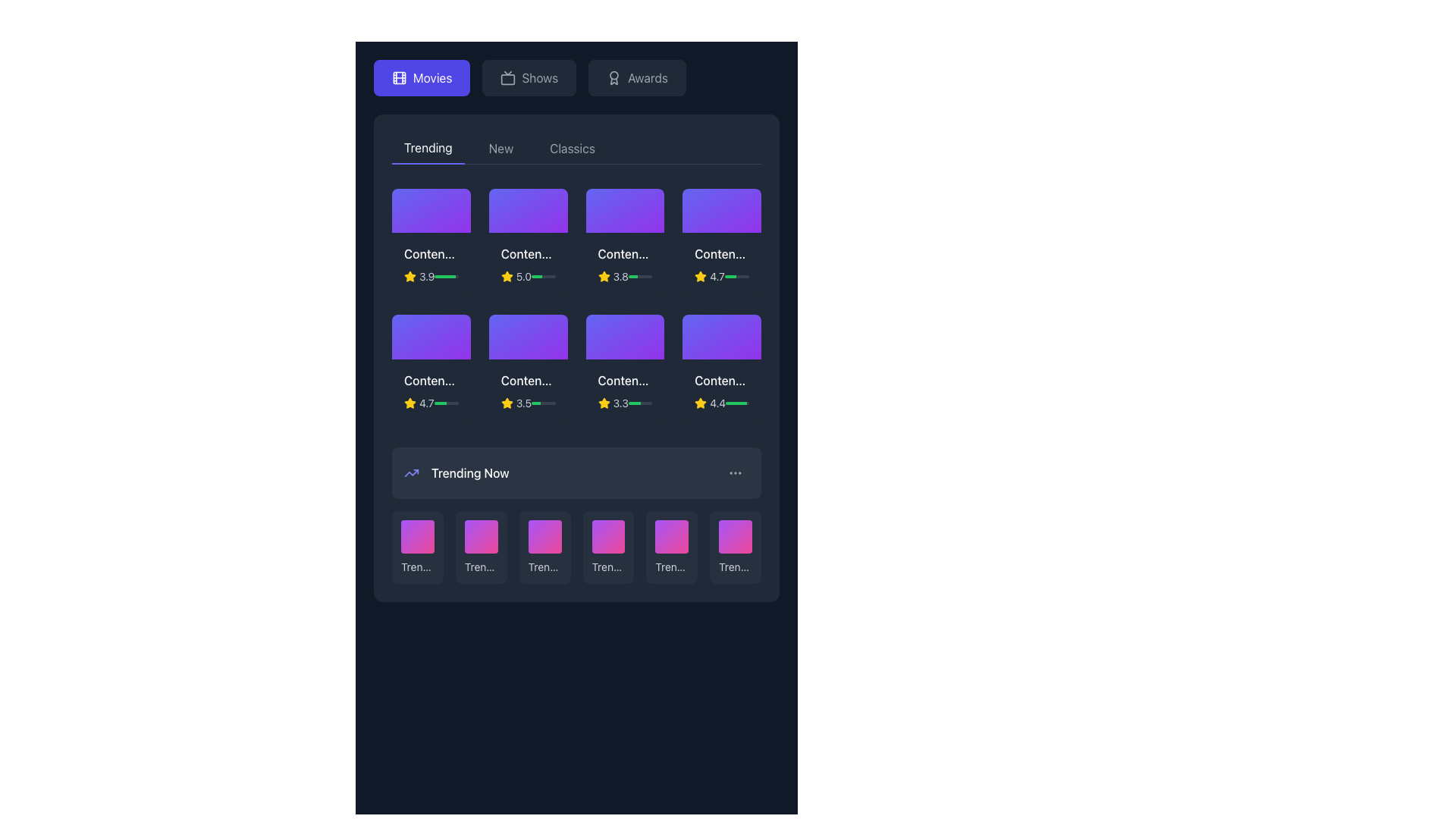  Describe the element at coordinates (640, 277) in the screenshot. I see `the progress bar located in the Movies tab, which visually represents numerical progress and is positioned below a star rating of '3.8'` at that location.